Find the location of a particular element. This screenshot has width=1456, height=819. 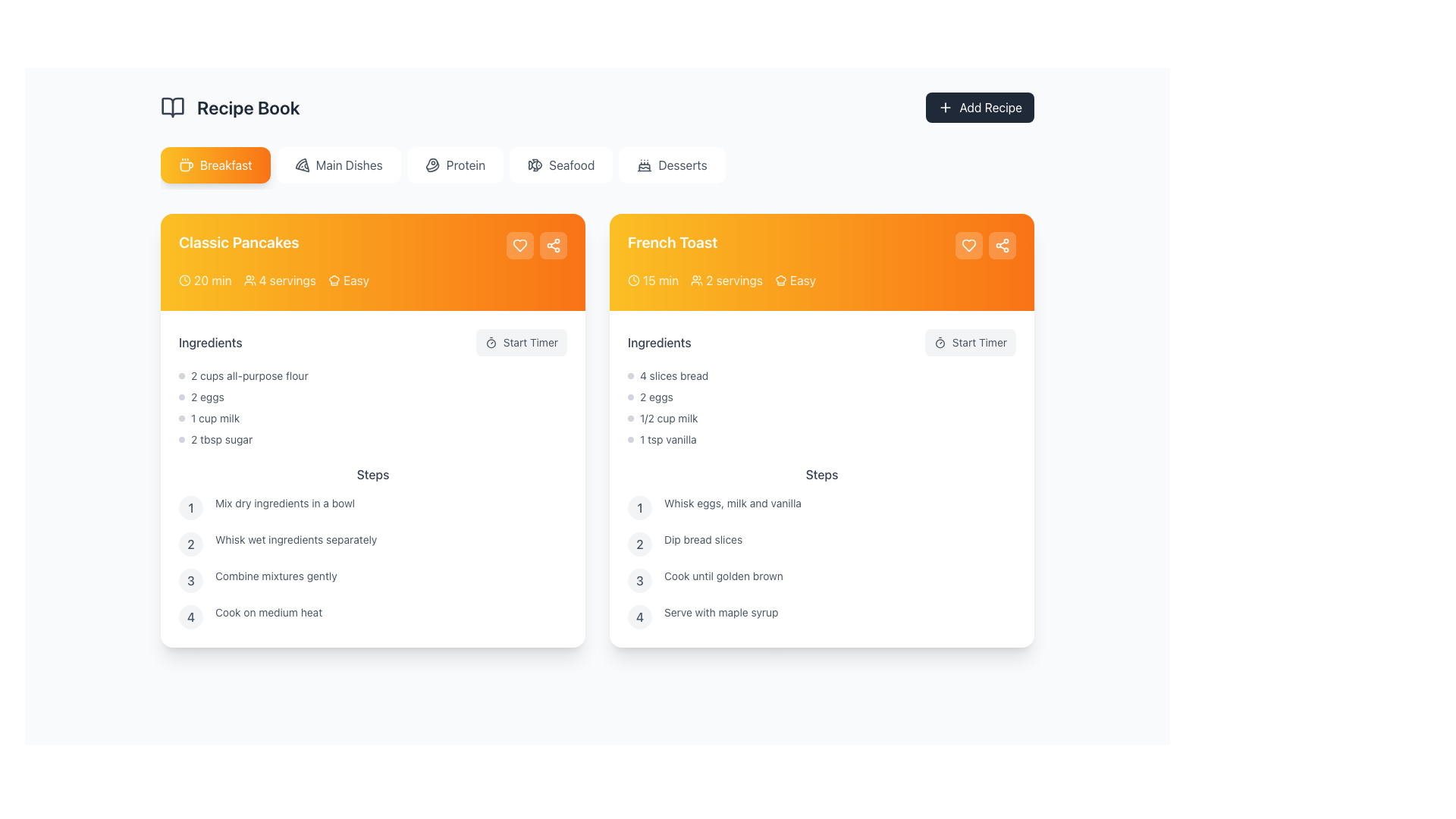

the label text within the 'Start Timer' button in the 'French Toast' recipe card to indicate its functionality is located at coordinates (979, 342).